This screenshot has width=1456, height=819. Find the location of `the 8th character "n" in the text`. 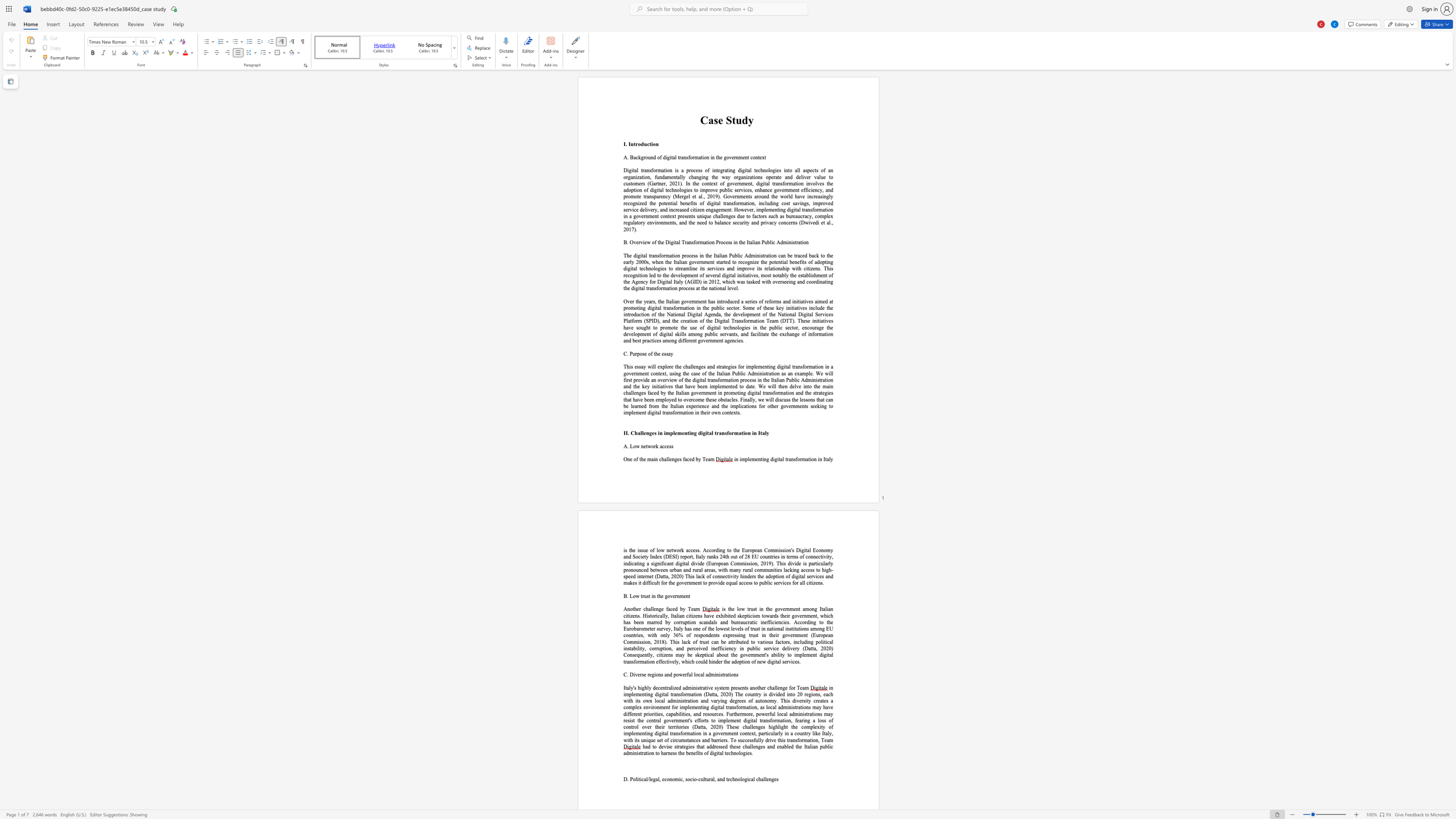

the 8th character "n" in the text is located at coordinates (720, 340).